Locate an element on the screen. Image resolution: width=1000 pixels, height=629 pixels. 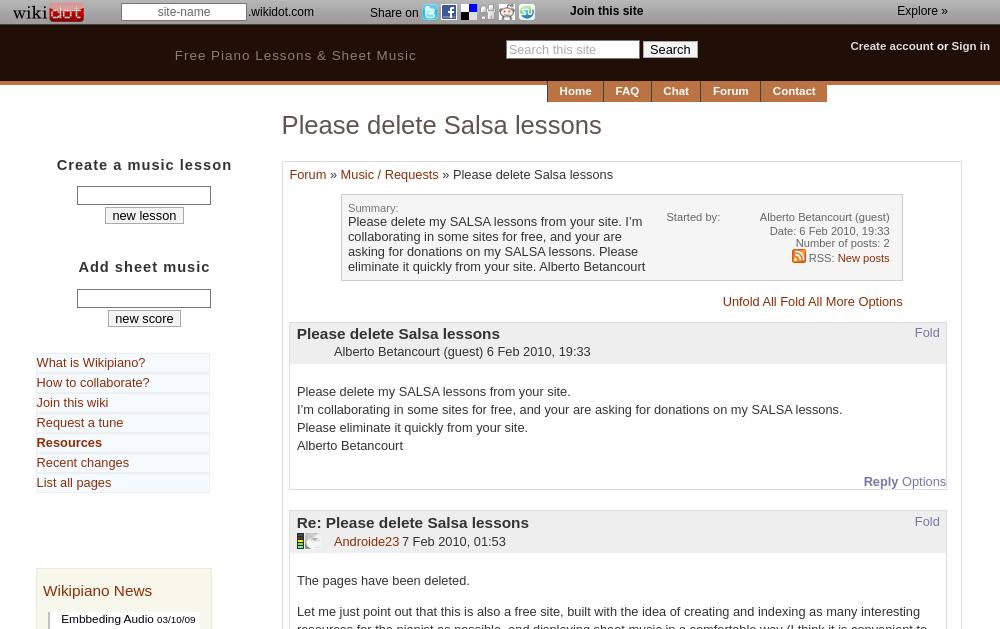
'Please delete my SALSA lessons from your site.' is located at coordinates (296, 389).